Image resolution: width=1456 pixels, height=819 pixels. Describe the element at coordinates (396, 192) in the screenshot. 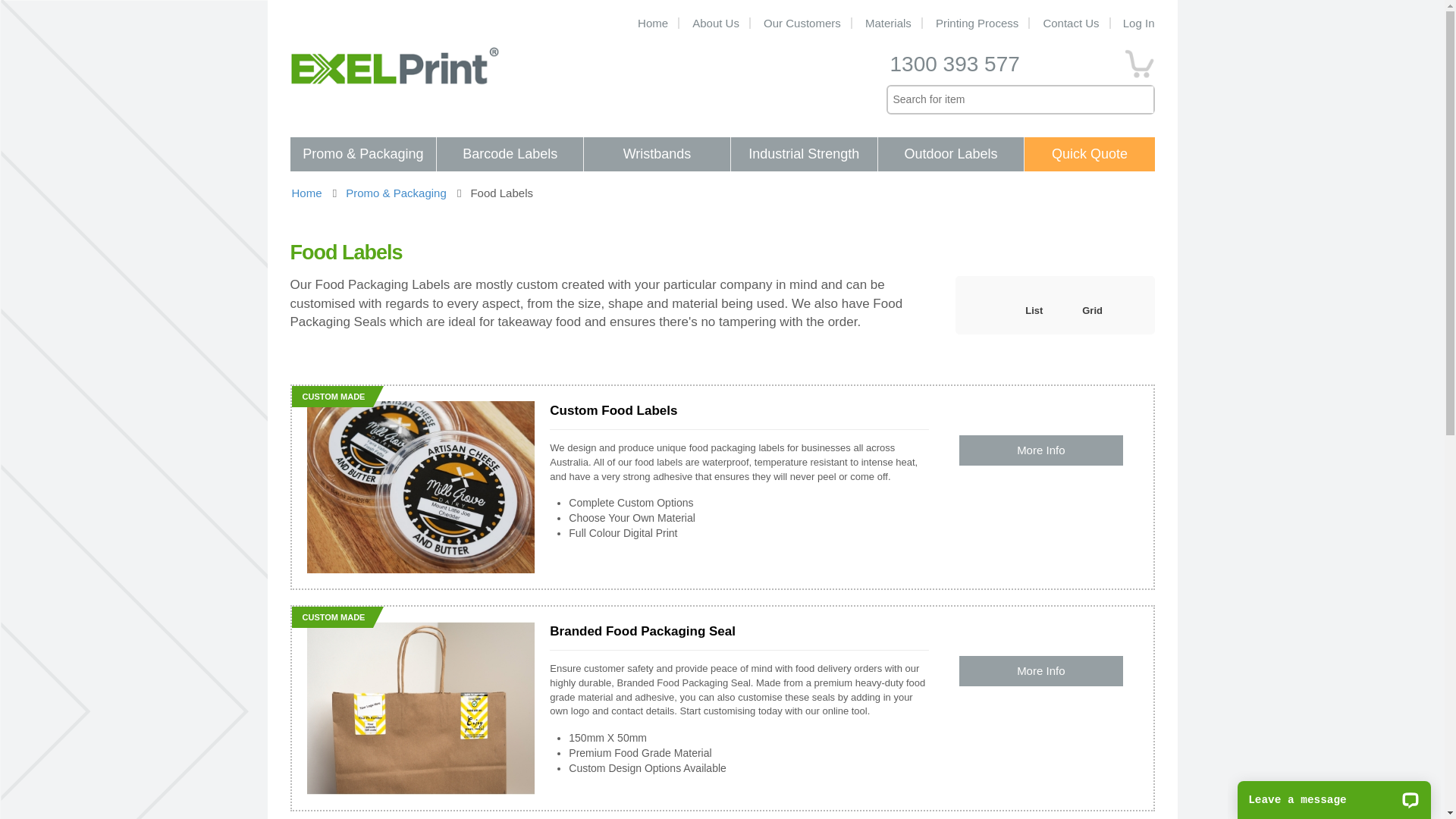

I see `'Promo & Packaging'` at that location.